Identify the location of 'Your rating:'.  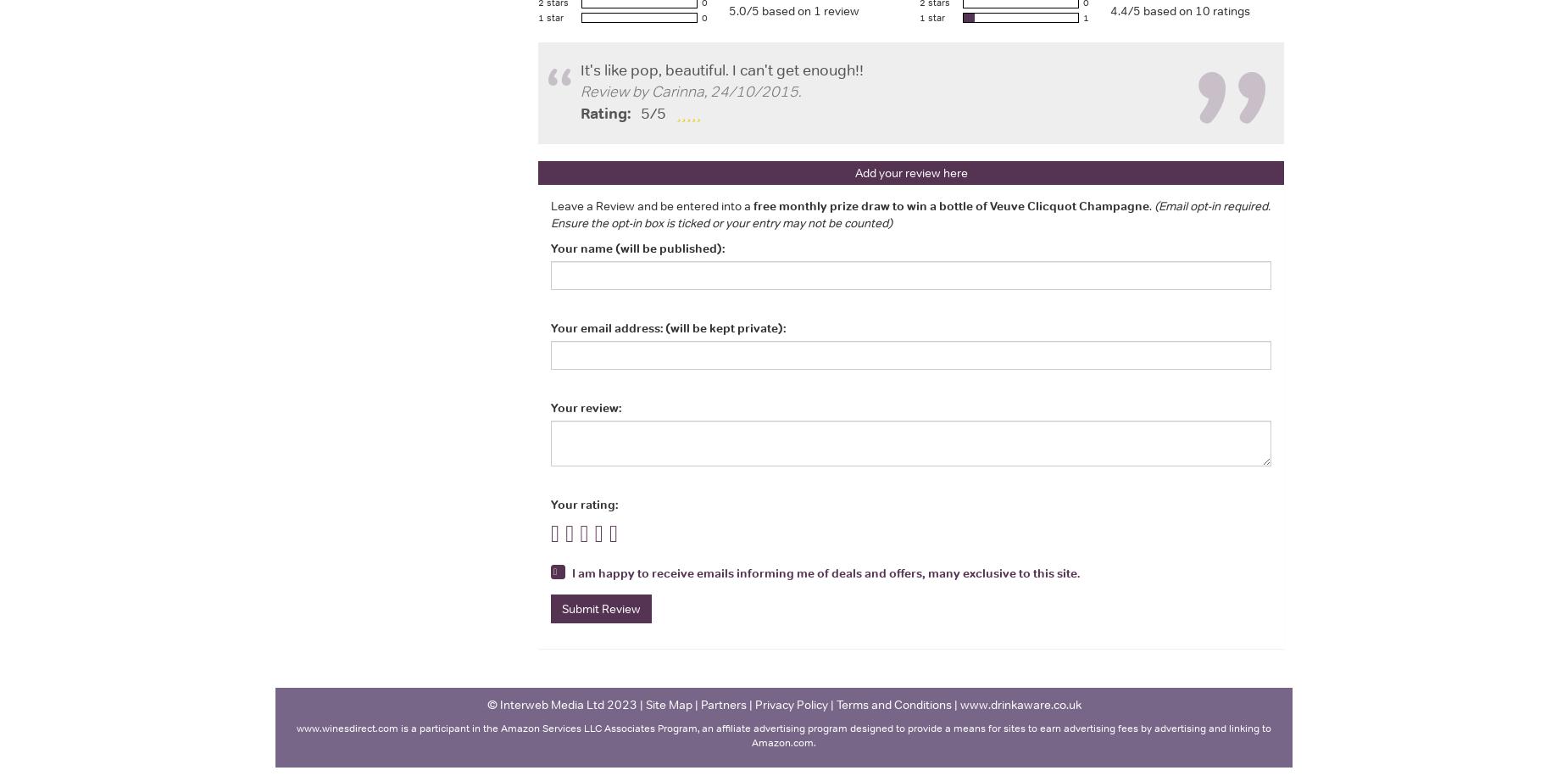
(584, 503).